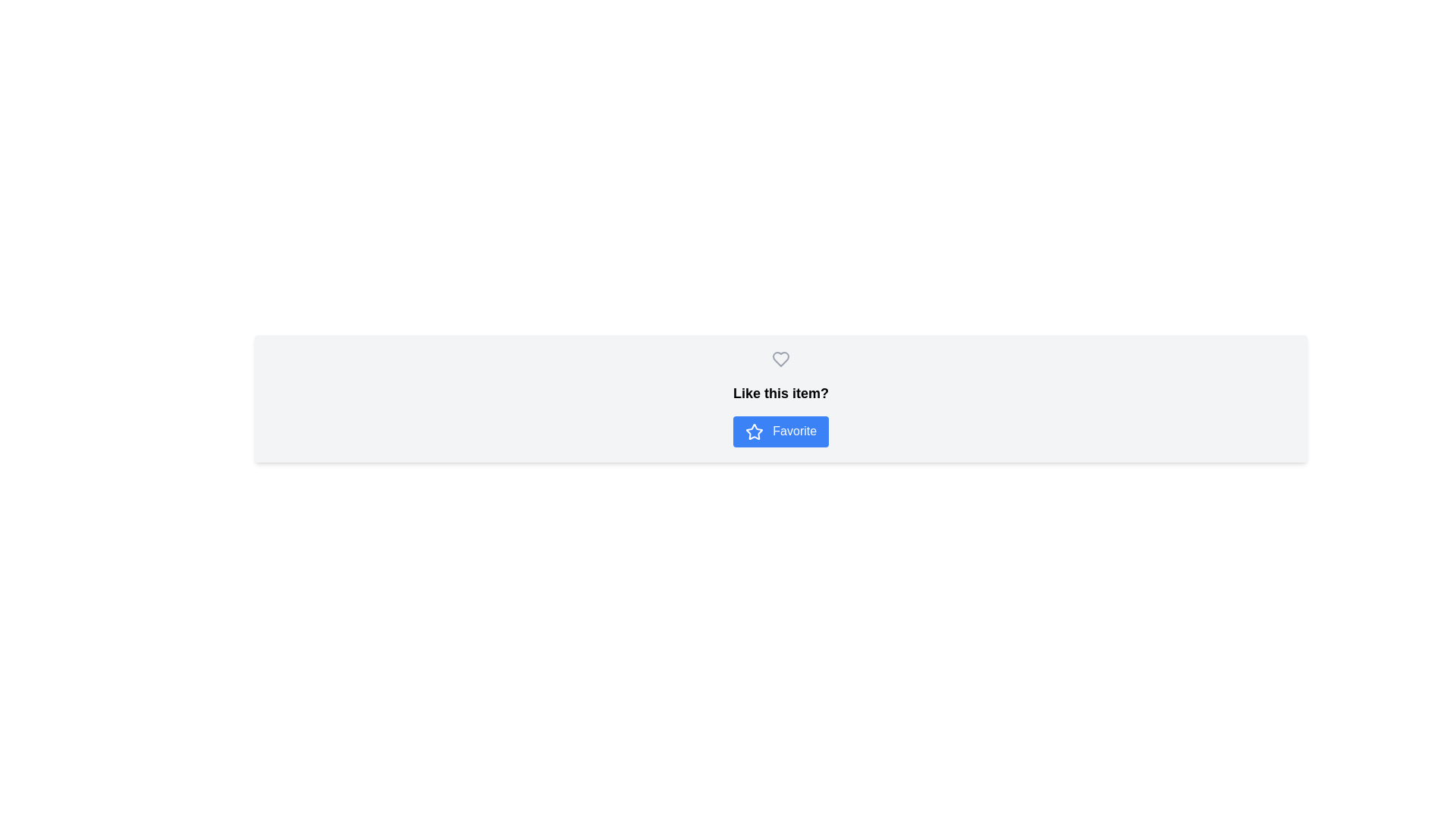  I want to click on the heart-shaped icon used to represent a 'like' or 'favorite' action, which is located above the text 'Like this item?', so click(781, 359).